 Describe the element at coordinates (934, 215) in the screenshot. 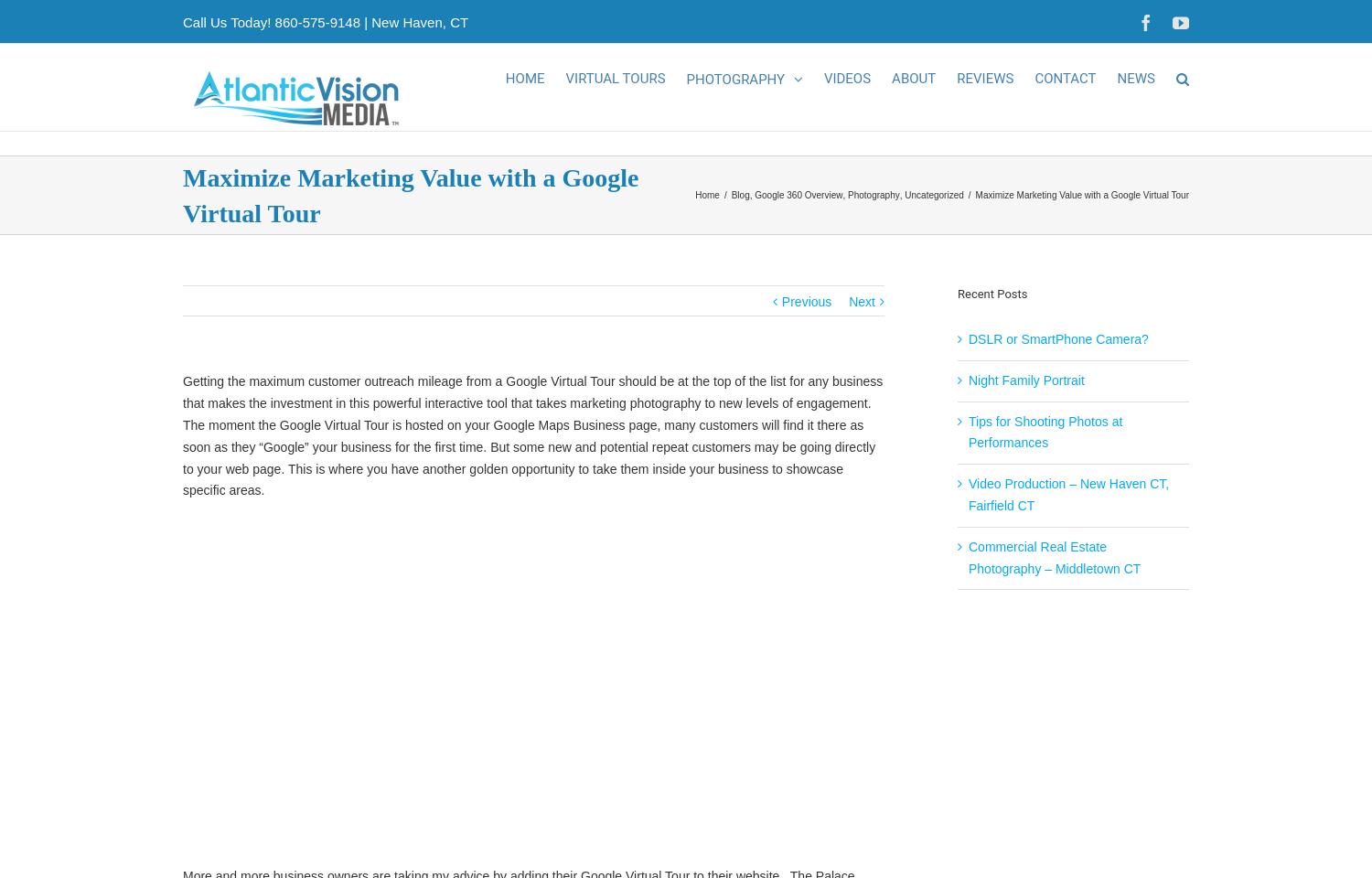

I see `'Uncategorized'` at that location.